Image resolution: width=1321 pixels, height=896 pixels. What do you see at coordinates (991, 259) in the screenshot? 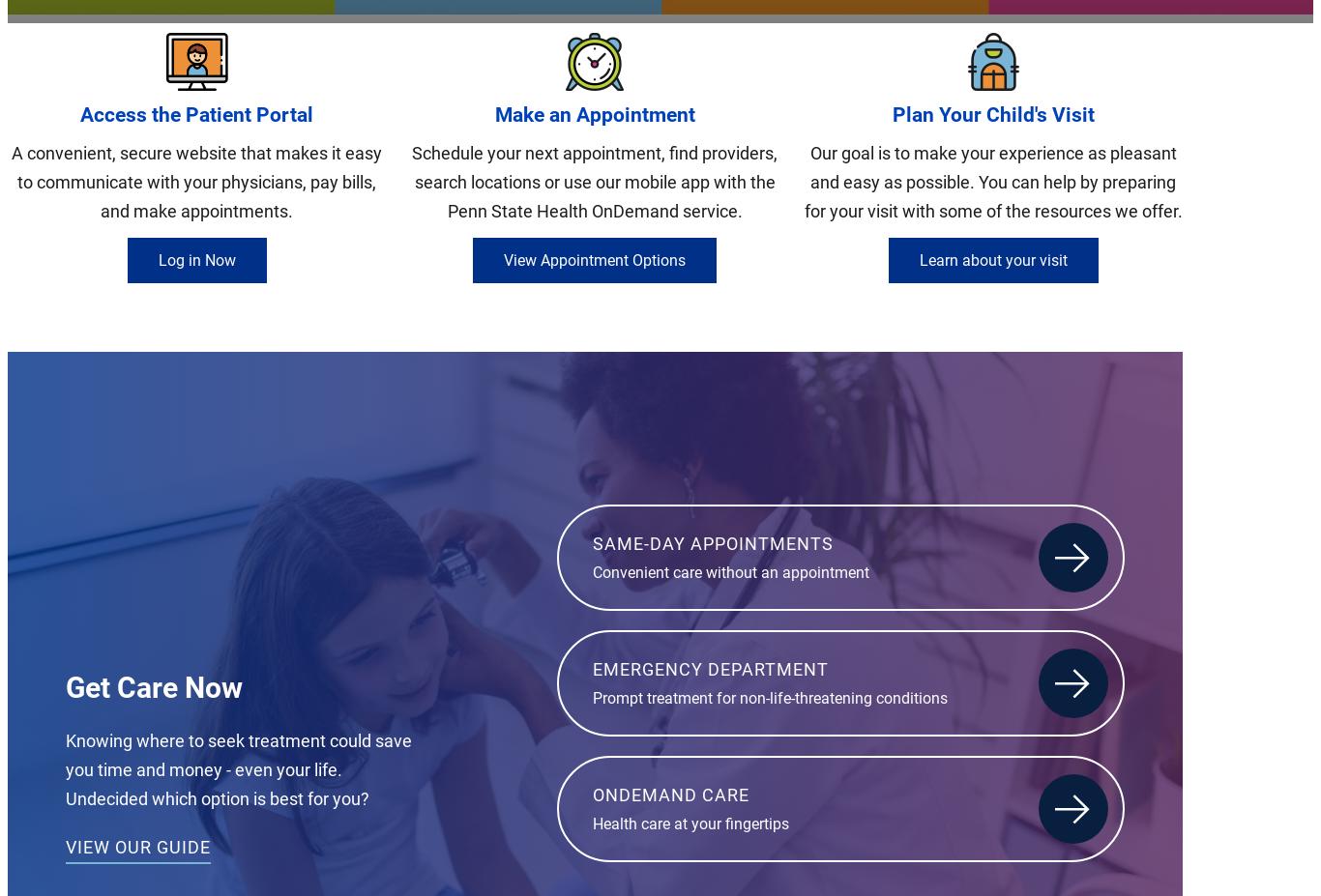
I see `'Learn about your visit'` at bounding box center [991, 259].